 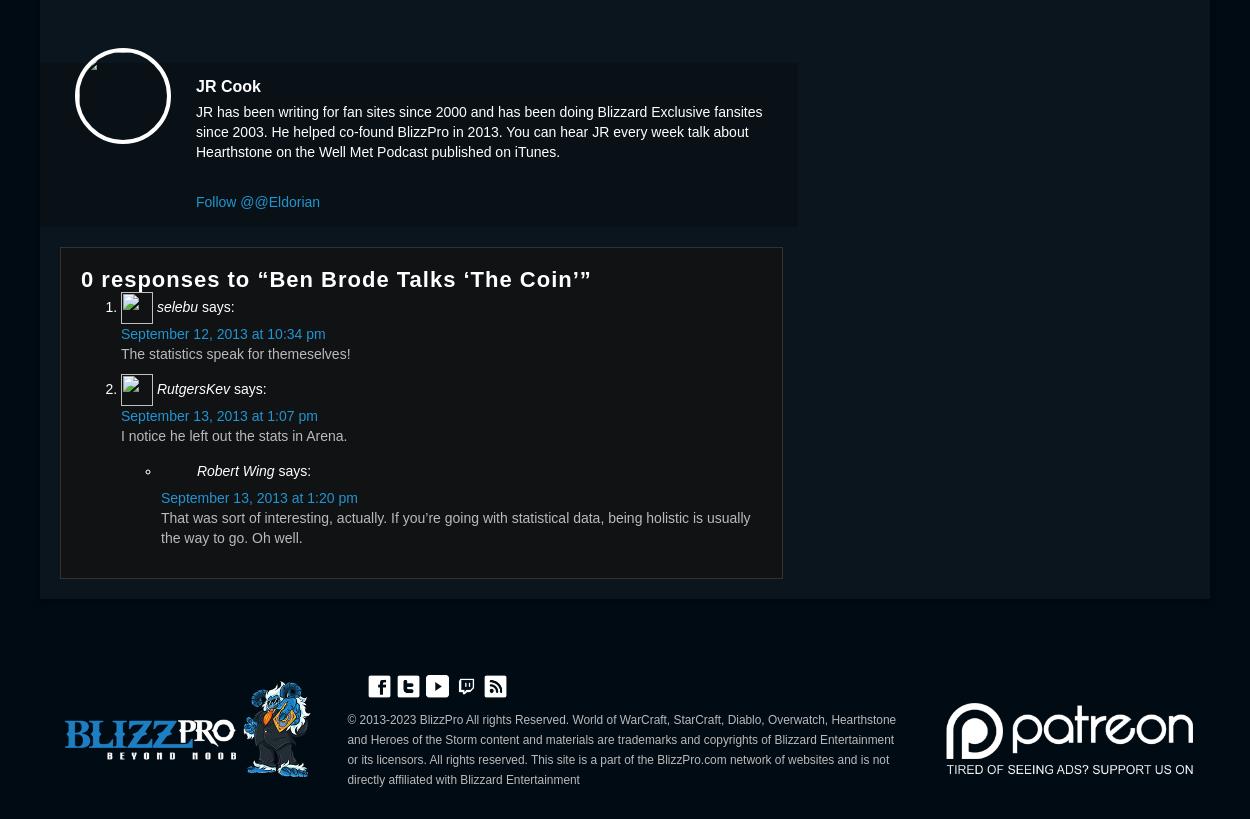 What do you see at coordinates (346, 747) in the screenshot?
I see `'© 2013-2023 BlizzPro All rights Reserved. World of WarCraft, StarCraft, Diablo, Overwatch, Hearthstone and Heroes of the Storm content and materials are trademarks and copyrights of Blizzard Entertainment or its licensors. All rights reserved. This site is a part of the BlizzPro.com network of websites and is not directly affiliated with Blizzard Entertainment'` at bounding box center [346, 747].